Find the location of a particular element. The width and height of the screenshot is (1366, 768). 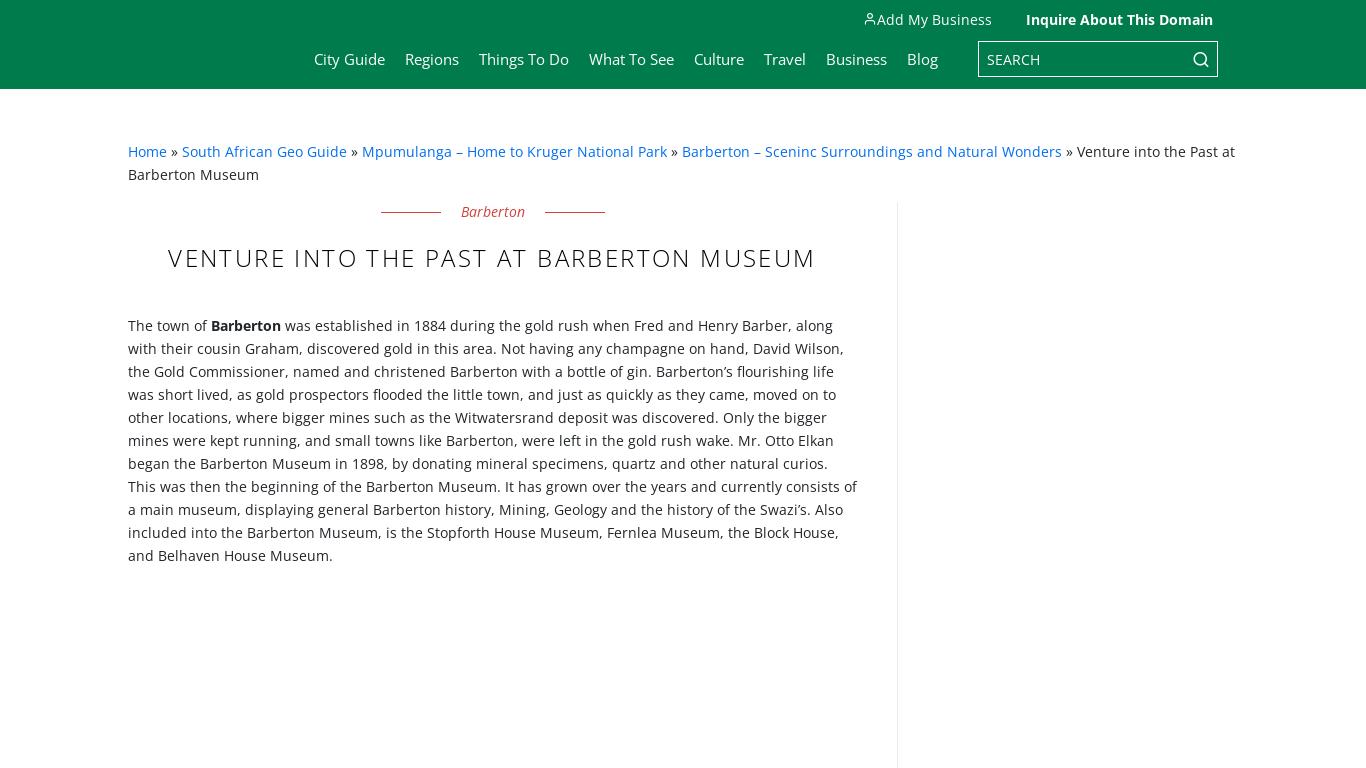

'Travel' is located at coordinates (785, 58).